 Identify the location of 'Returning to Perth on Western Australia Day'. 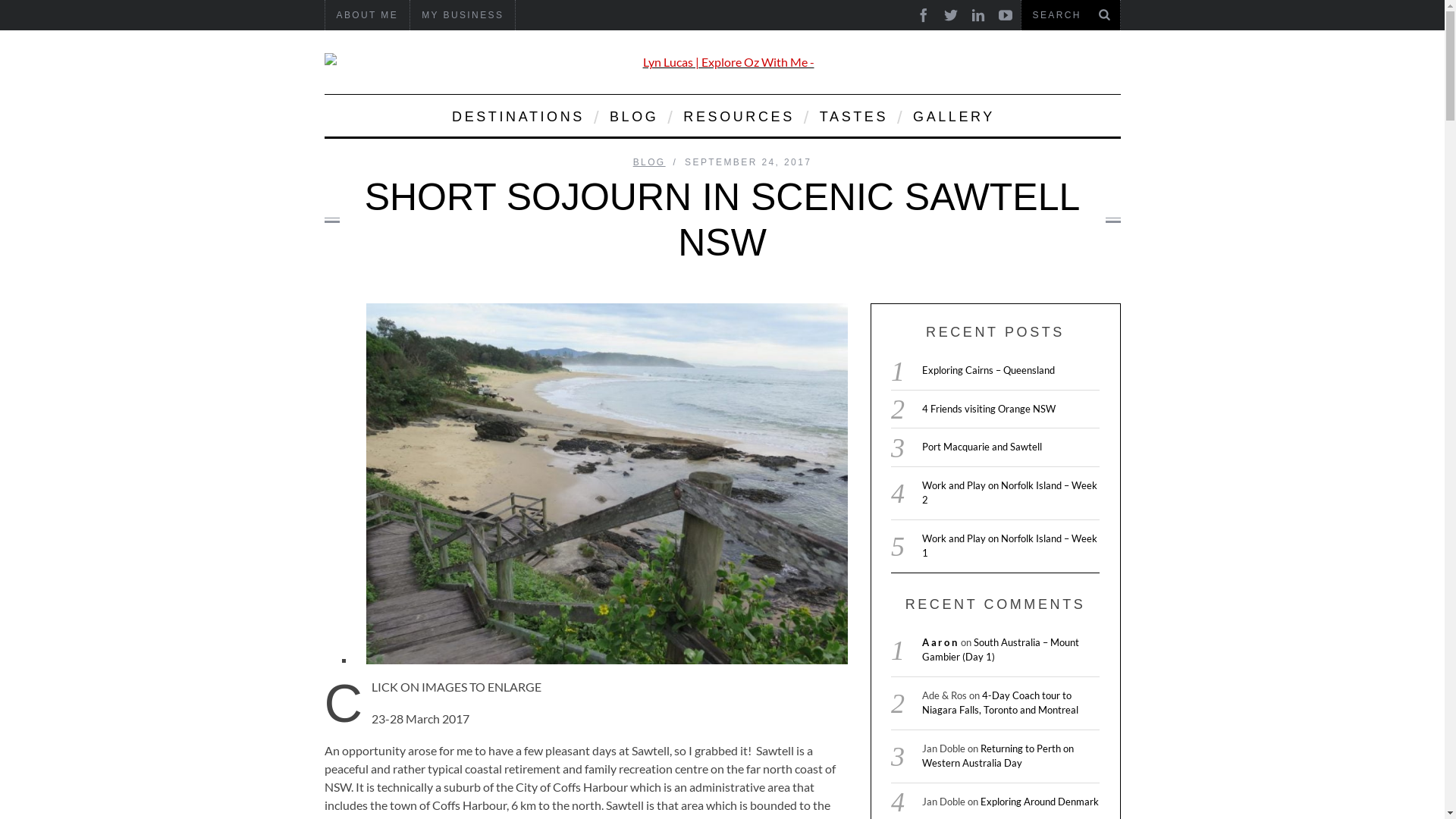
(997, 755).